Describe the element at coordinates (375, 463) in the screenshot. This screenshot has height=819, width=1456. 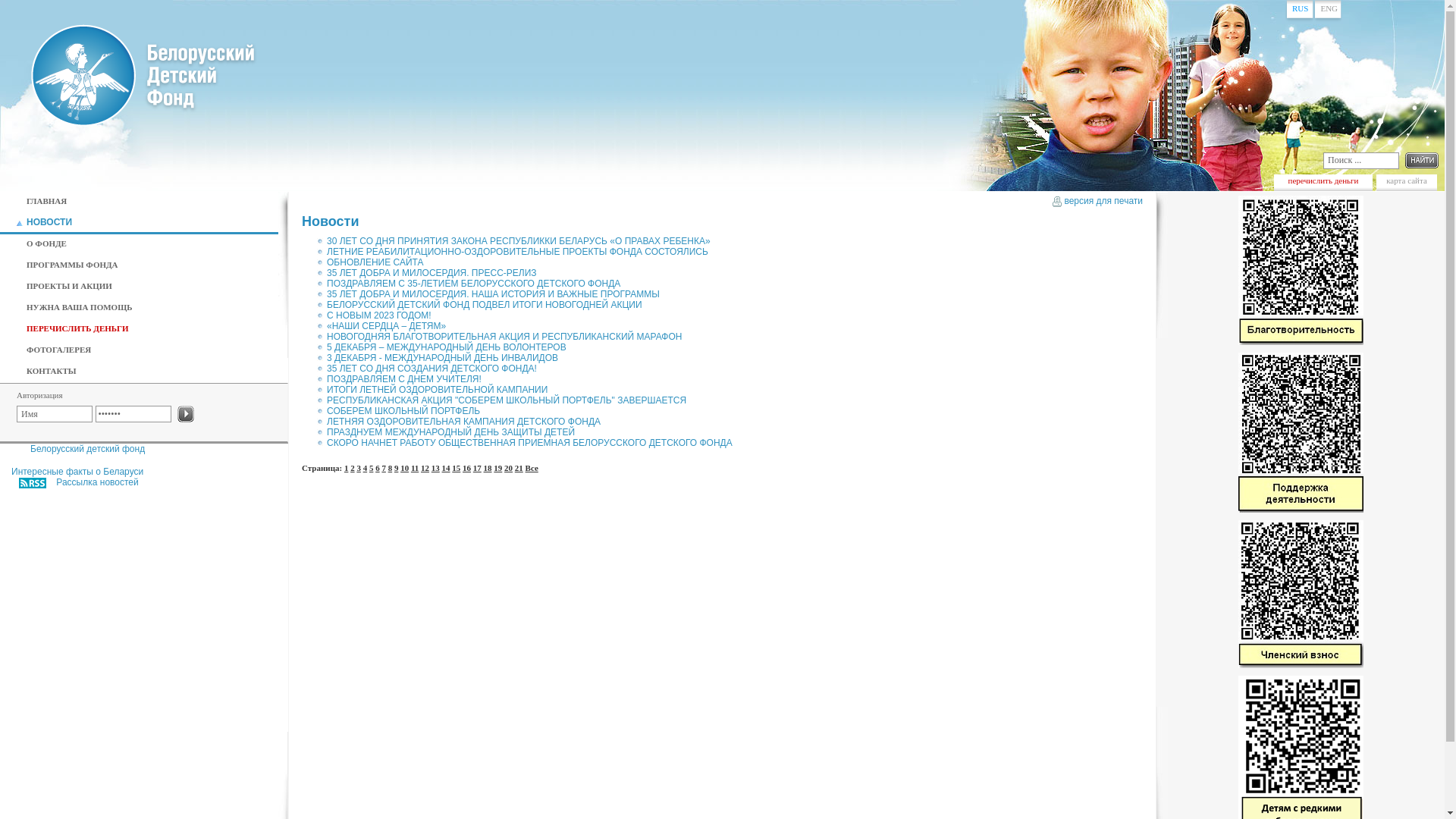
I see `'6'` at that location.